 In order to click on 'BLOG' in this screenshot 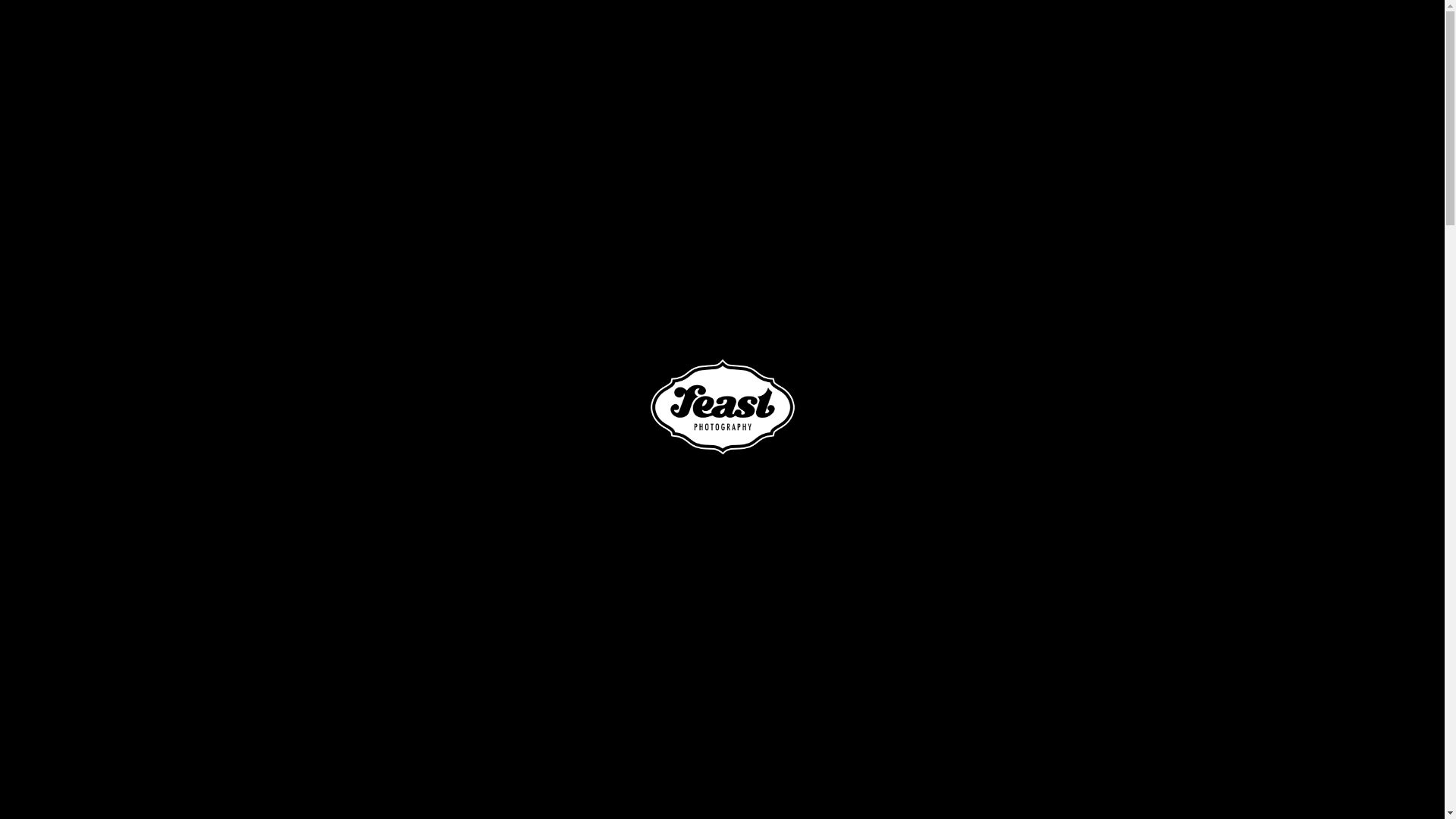, I will do `click(1272, 37)`.